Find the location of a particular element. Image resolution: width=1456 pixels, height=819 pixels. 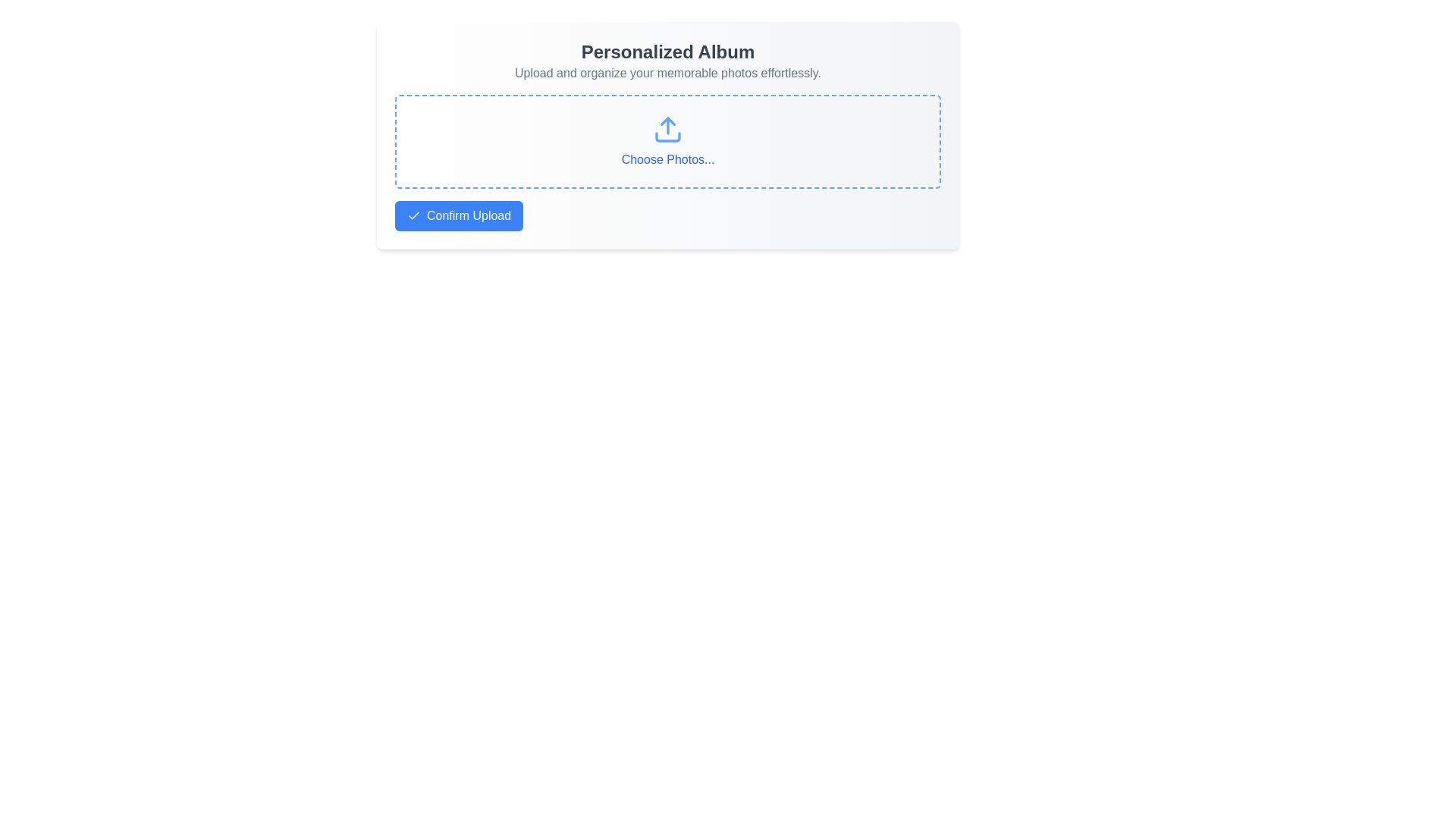

the 'Confirm Upload' button, which has a blue background and a checkmark icon is located at coordinates (458, 216).